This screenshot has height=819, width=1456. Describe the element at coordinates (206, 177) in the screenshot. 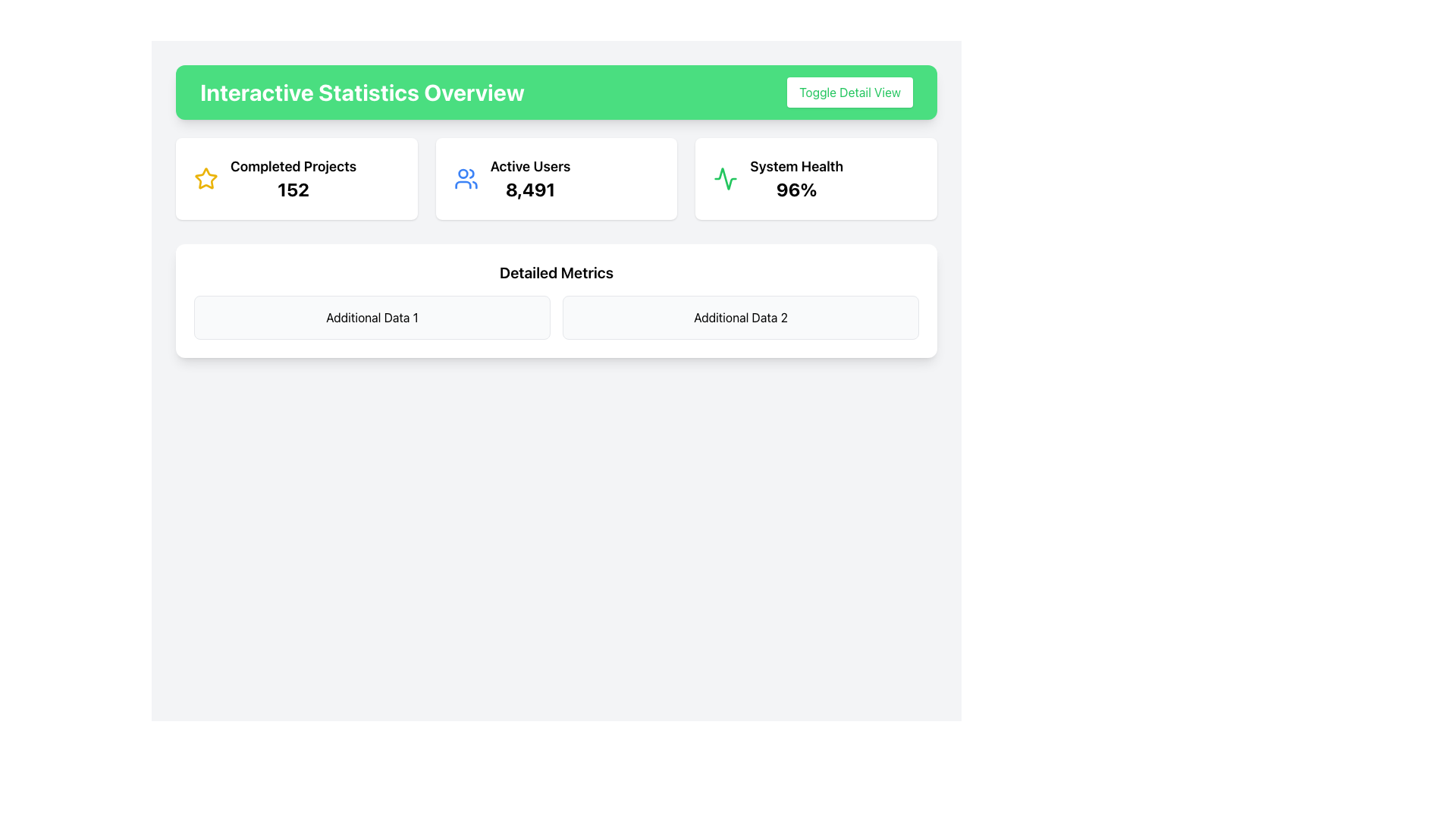

I see `the yellow star icon with a hollow center located in the top-left corner of the 'Completed Projects' card on the dashboard` at that location.